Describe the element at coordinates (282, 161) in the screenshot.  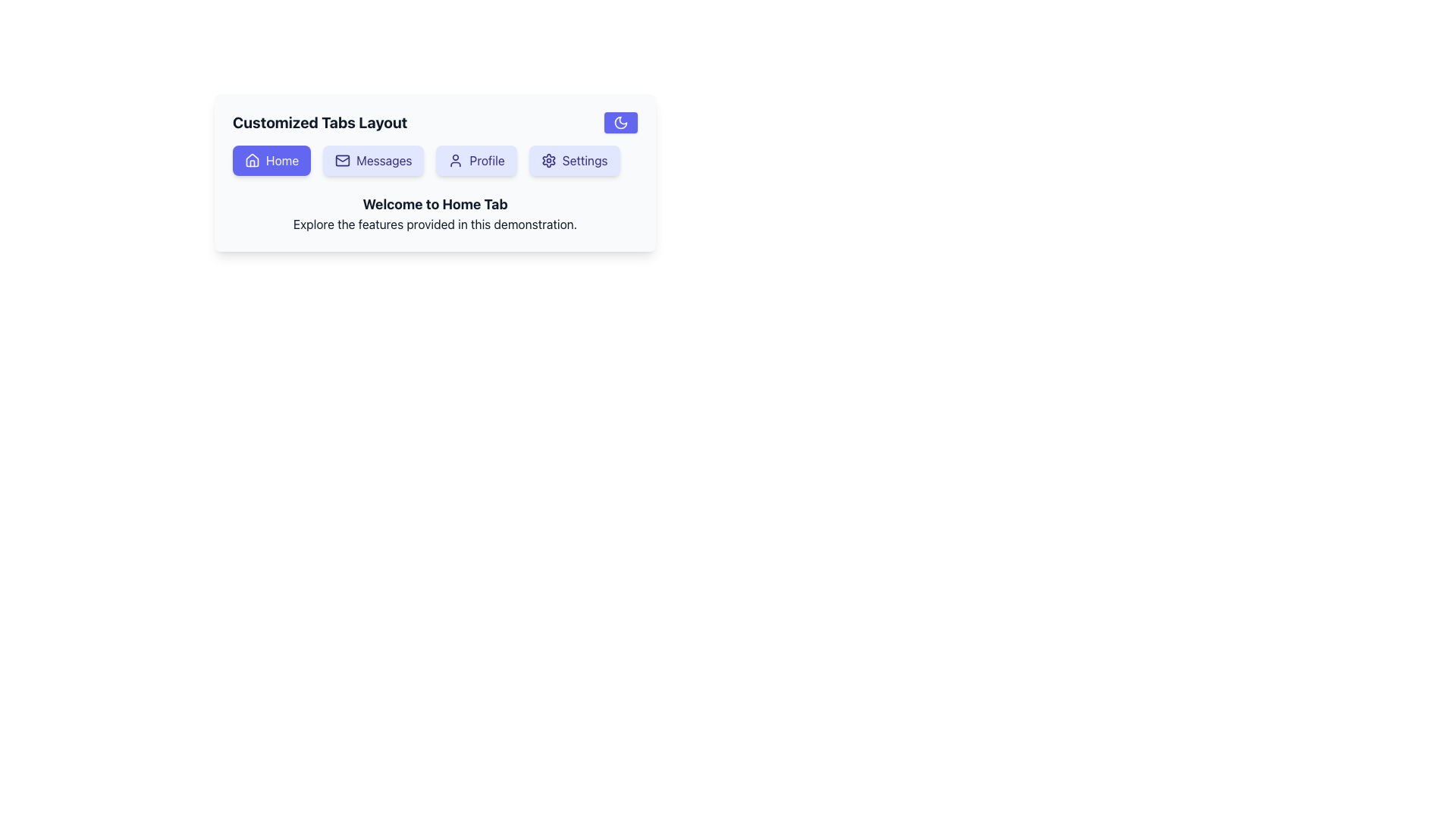
I see `the 'Home' text label, which is styled with white text on a blue background and is part of a navigation button in the top-left corner of the card section` at that location.